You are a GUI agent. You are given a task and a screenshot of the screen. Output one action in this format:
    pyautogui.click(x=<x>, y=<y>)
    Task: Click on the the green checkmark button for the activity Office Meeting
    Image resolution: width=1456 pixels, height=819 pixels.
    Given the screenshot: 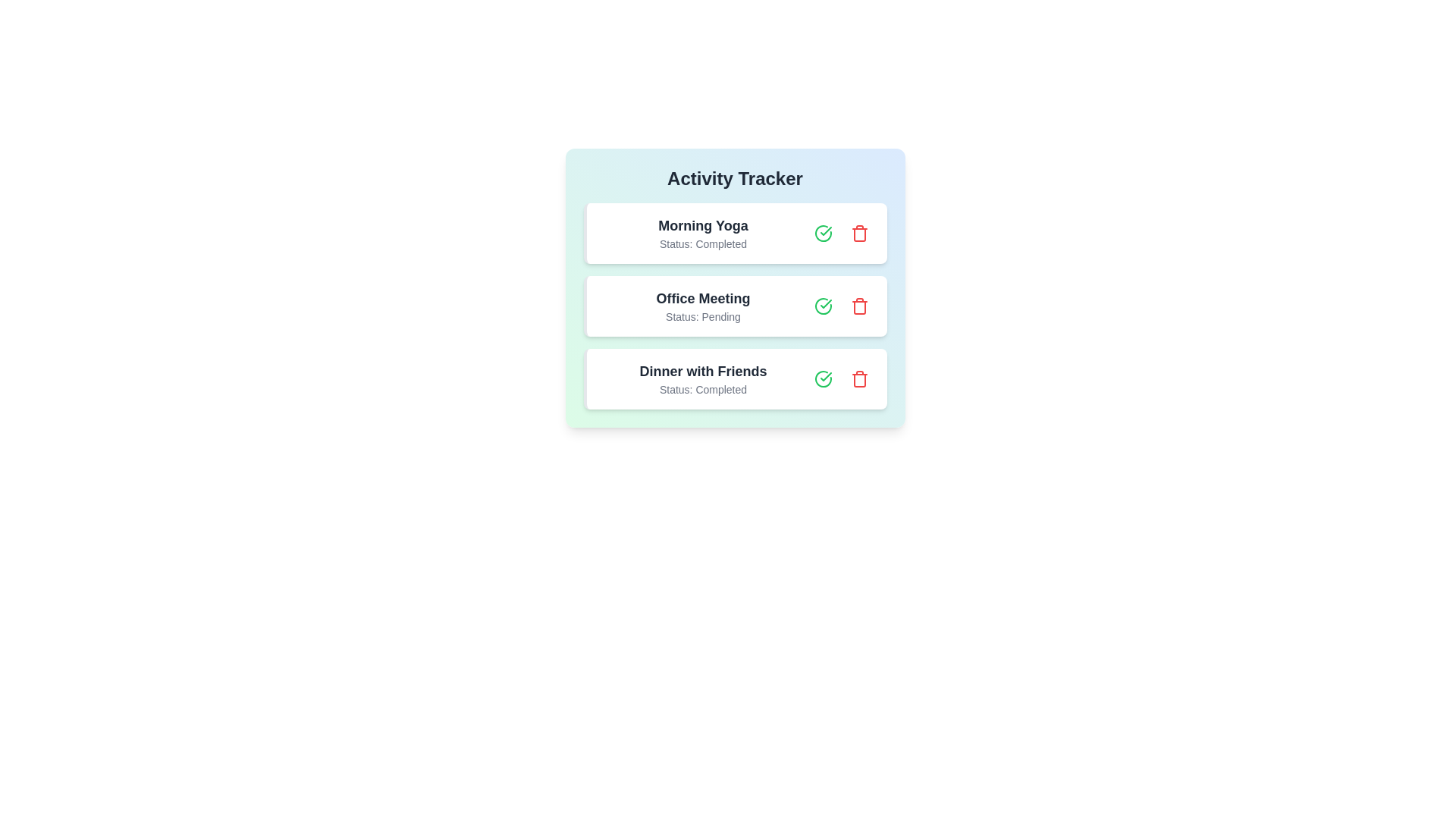 What is the action you would take?
    pyautogui.click(x=822, y=306)
    